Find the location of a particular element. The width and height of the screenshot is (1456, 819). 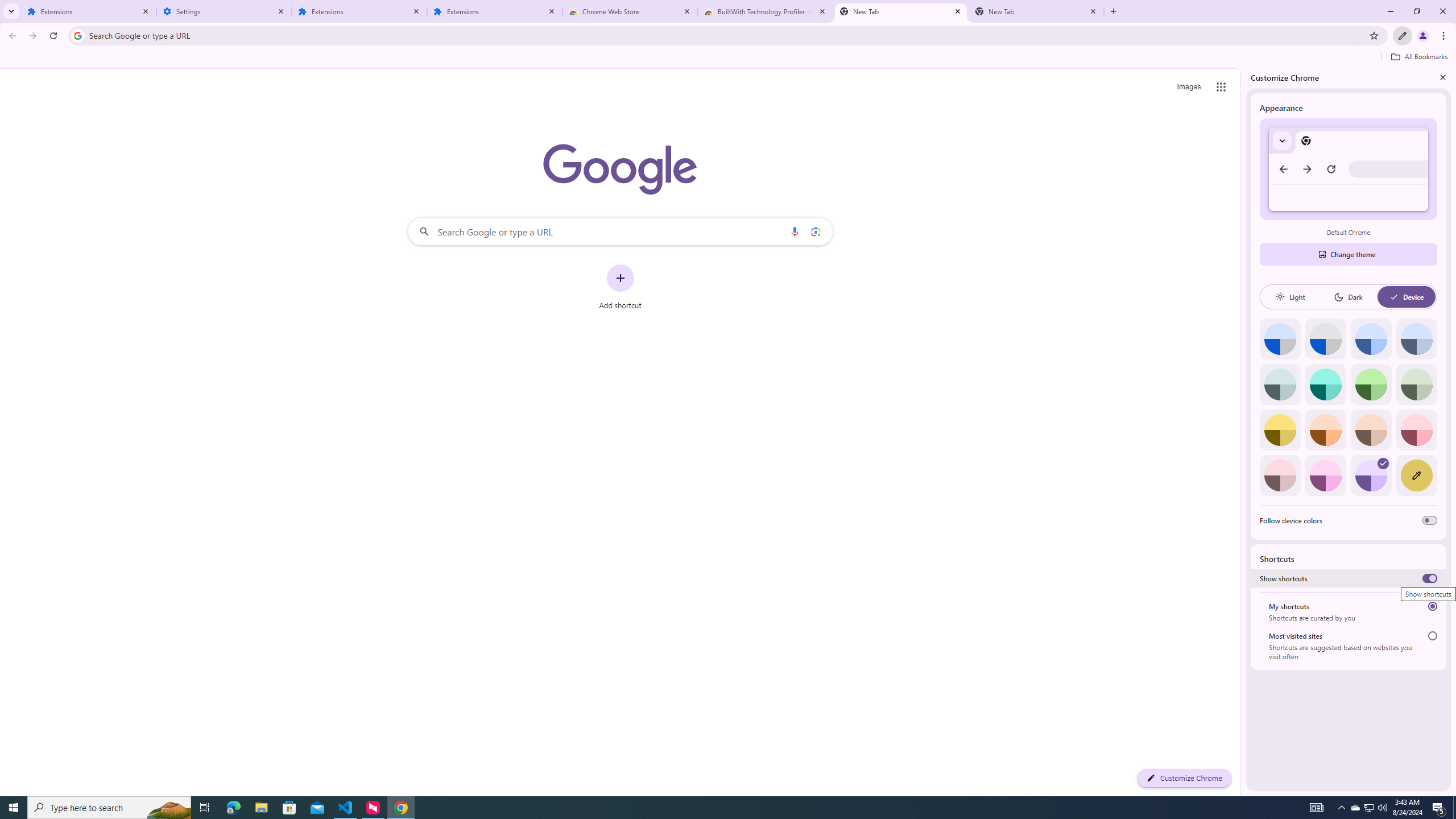

'Search Google or type a URL' is located at coordinates (619, 230).